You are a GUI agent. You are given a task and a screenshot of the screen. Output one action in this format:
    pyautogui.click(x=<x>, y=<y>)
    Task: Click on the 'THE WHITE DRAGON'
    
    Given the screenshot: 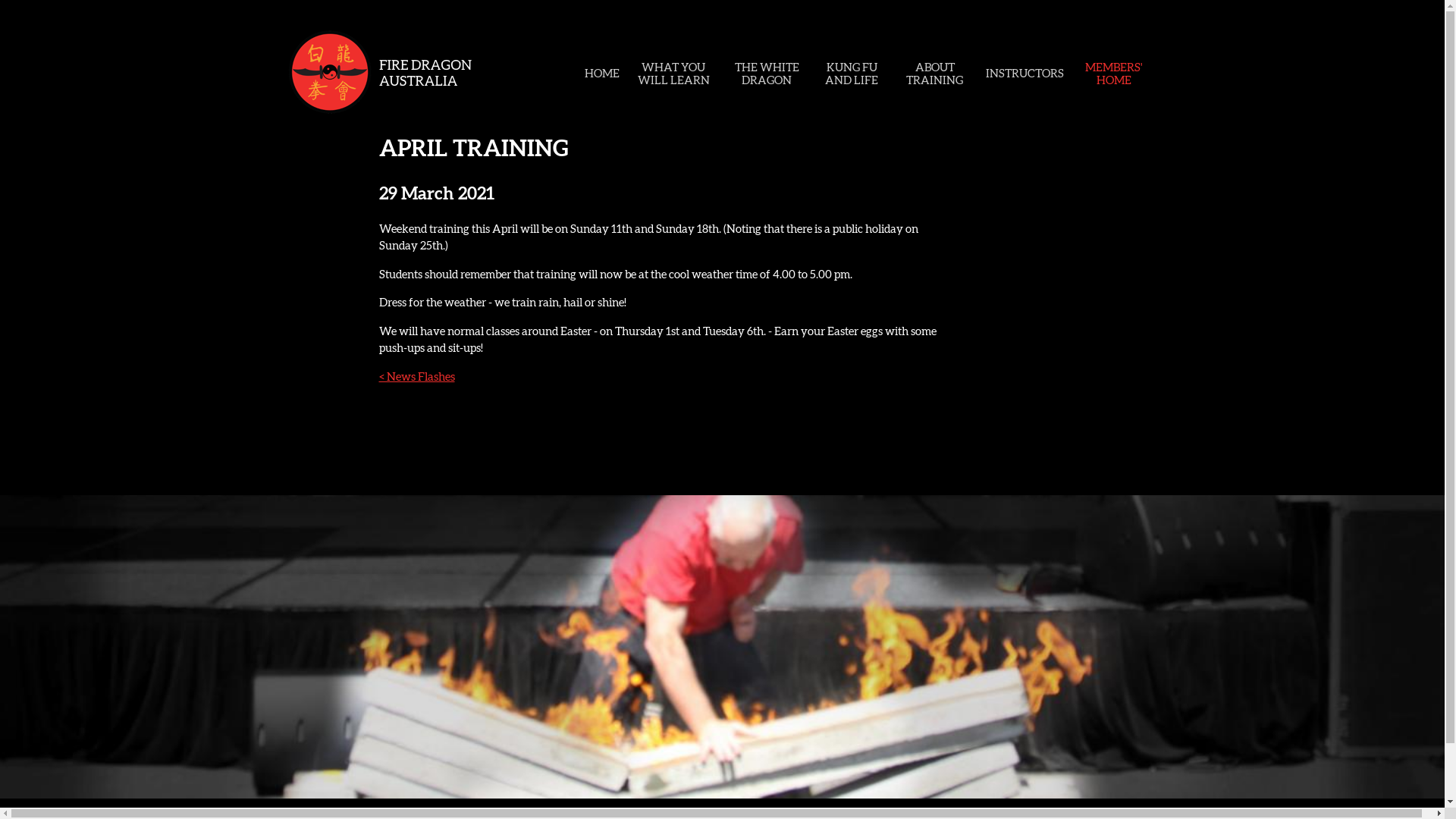 What is the action you would take?
    pyautogui.click(x=767, y=73)
    